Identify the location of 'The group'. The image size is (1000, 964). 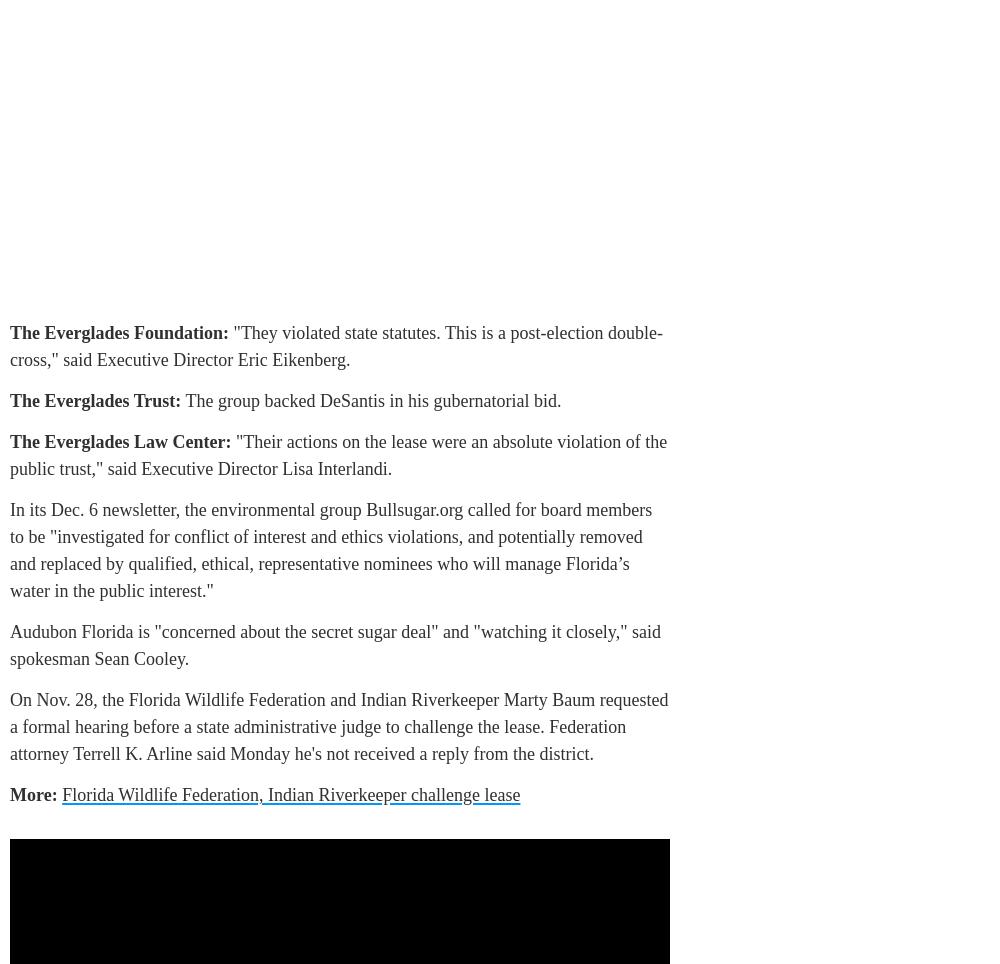
(219, 401).